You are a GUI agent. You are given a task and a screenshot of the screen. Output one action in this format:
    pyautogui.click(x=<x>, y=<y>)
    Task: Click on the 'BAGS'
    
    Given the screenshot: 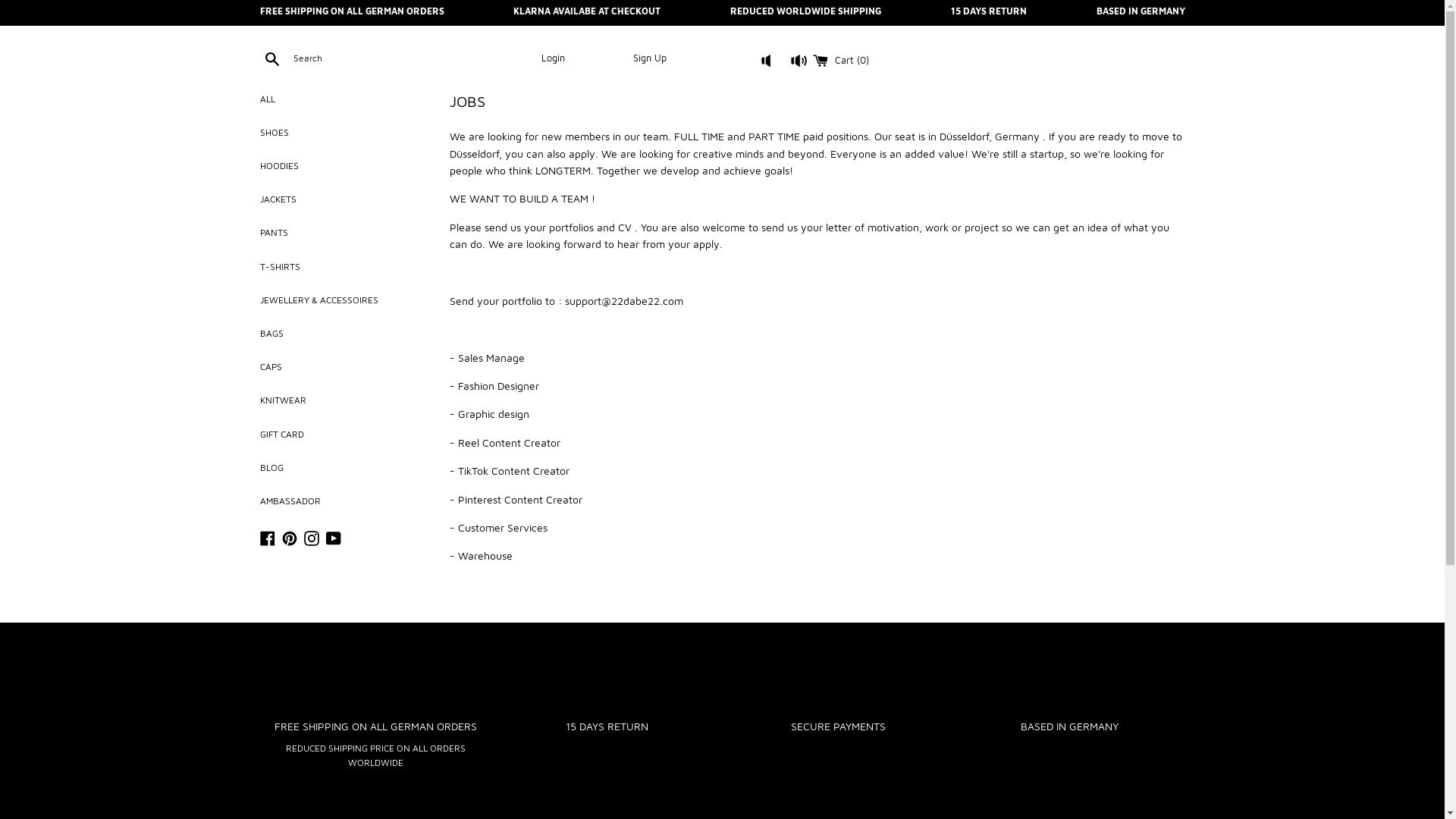 What is the action you would take?
    pyautogui.click(x=341, y=332)
    